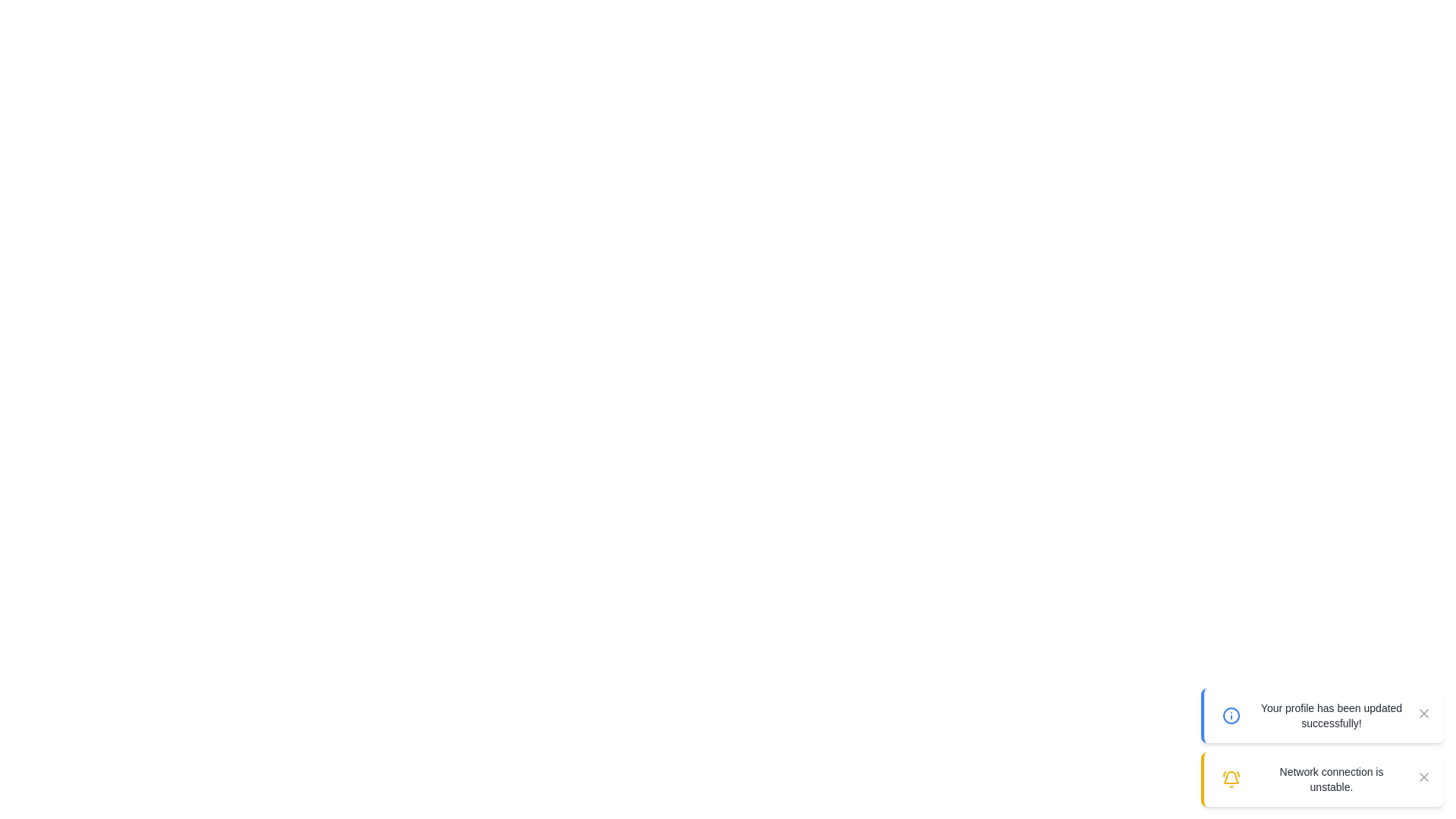 The height and width of the screenshot is (819, 1456). I want to click on the snackbar with the message 'Network connection is unstable.', so click(1321, 780).